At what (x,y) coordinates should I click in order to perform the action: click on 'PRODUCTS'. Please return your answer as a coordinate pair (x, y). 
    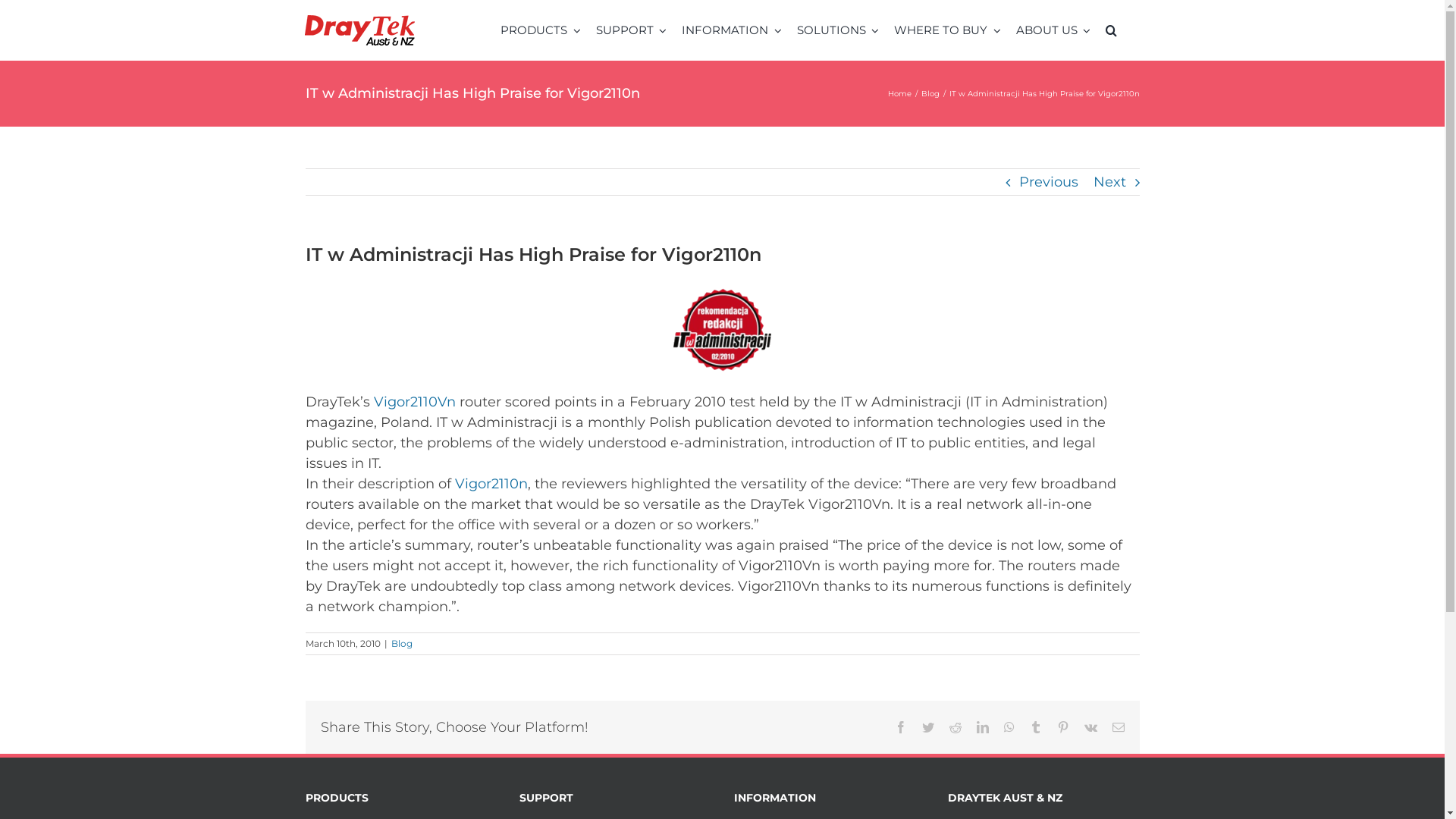
    Looking at the image, I should click on (541, 30).